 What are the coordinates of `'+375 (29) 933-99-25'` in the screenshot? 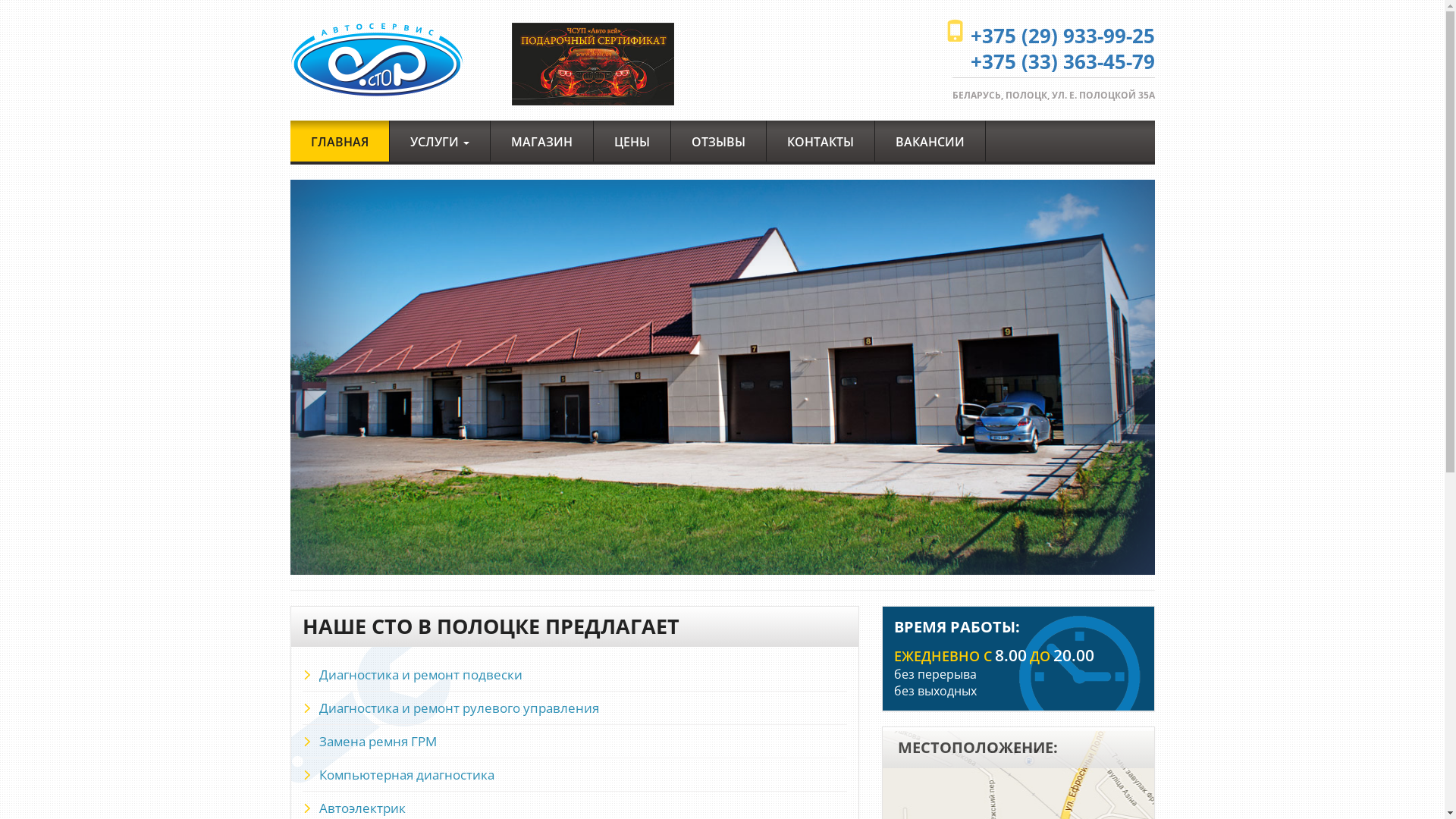 It's located at (1062, 34).